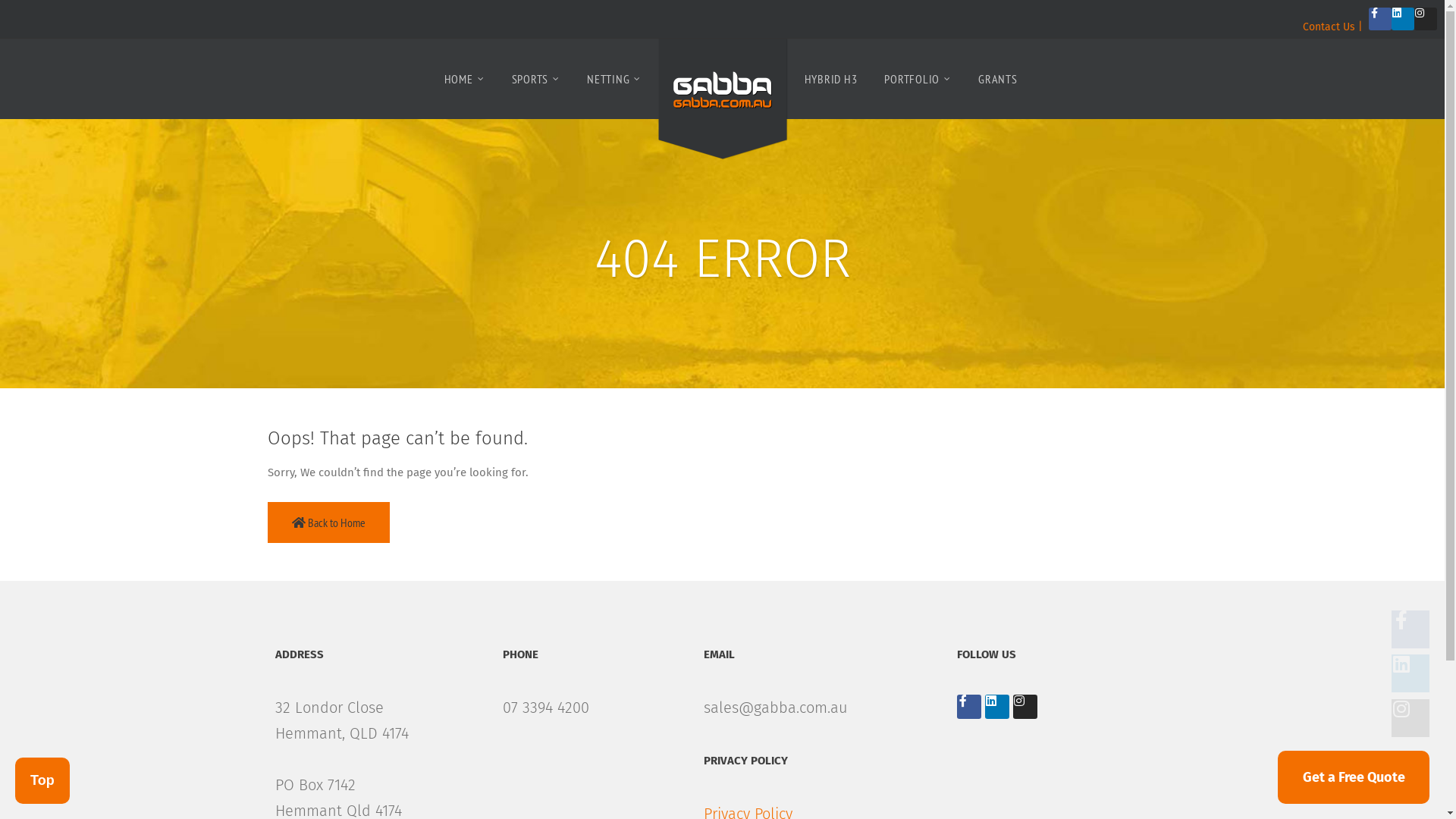  I want to click on 'HOME', so click(463, 79).